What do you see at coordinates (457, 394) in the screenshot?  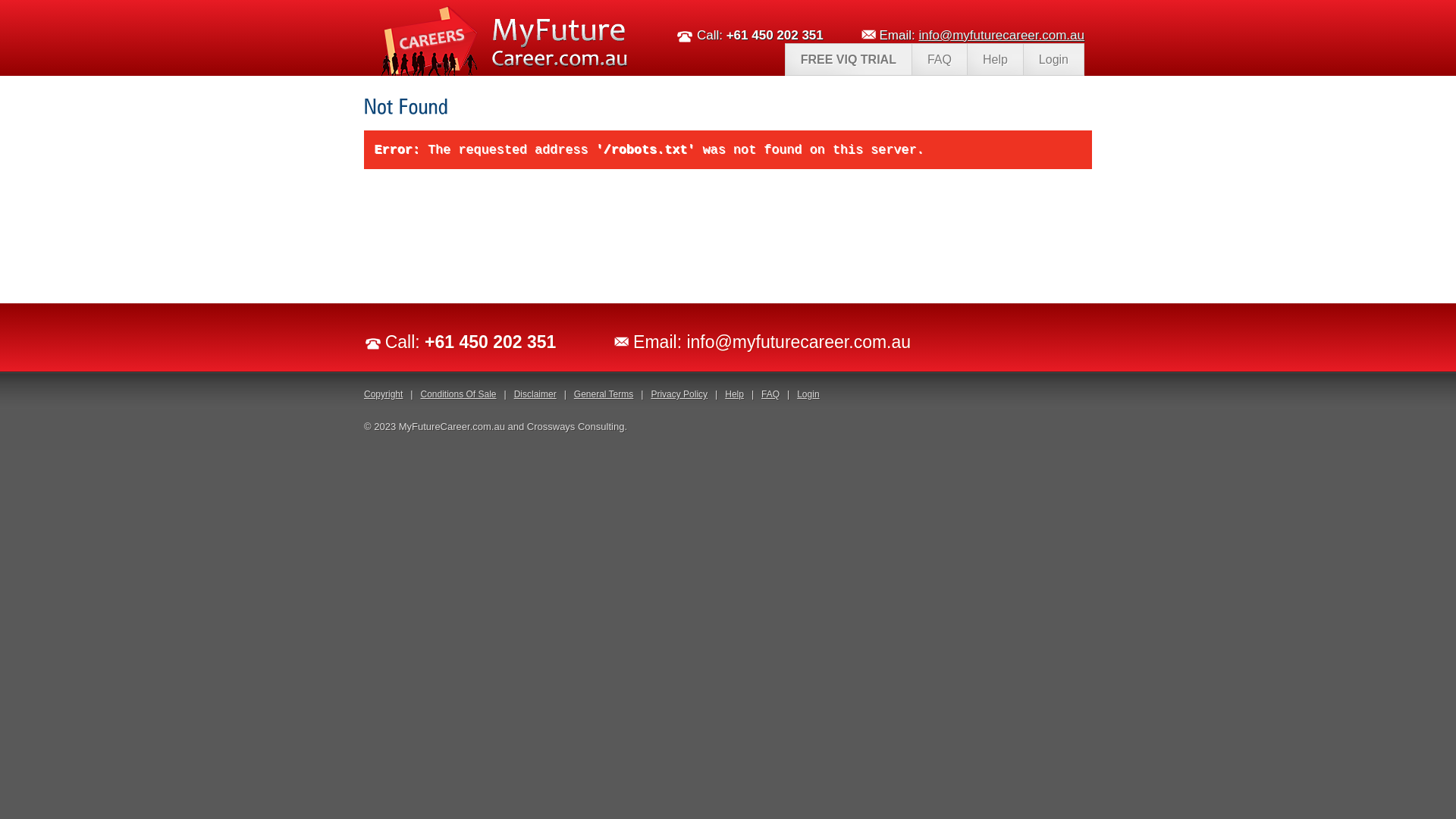 I see `'Conditions Of Sale'` at bounding box center [457, 394].